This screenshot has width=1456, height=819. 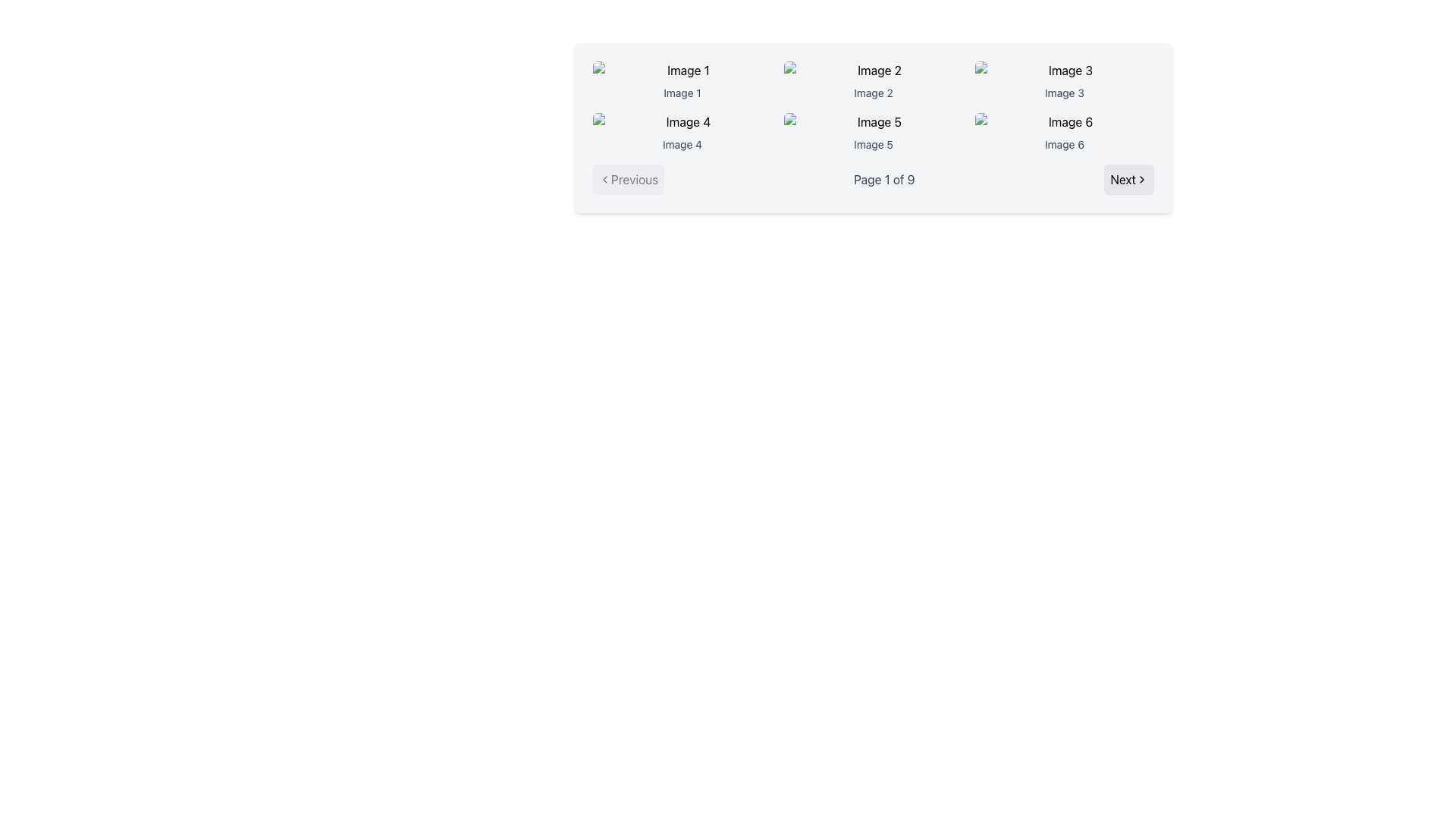 I want to click on the image with caption positioned in the second row, first column of the grid, which follows 'Image 3' and precedes 'Image 5', so click(x=682, y=131).